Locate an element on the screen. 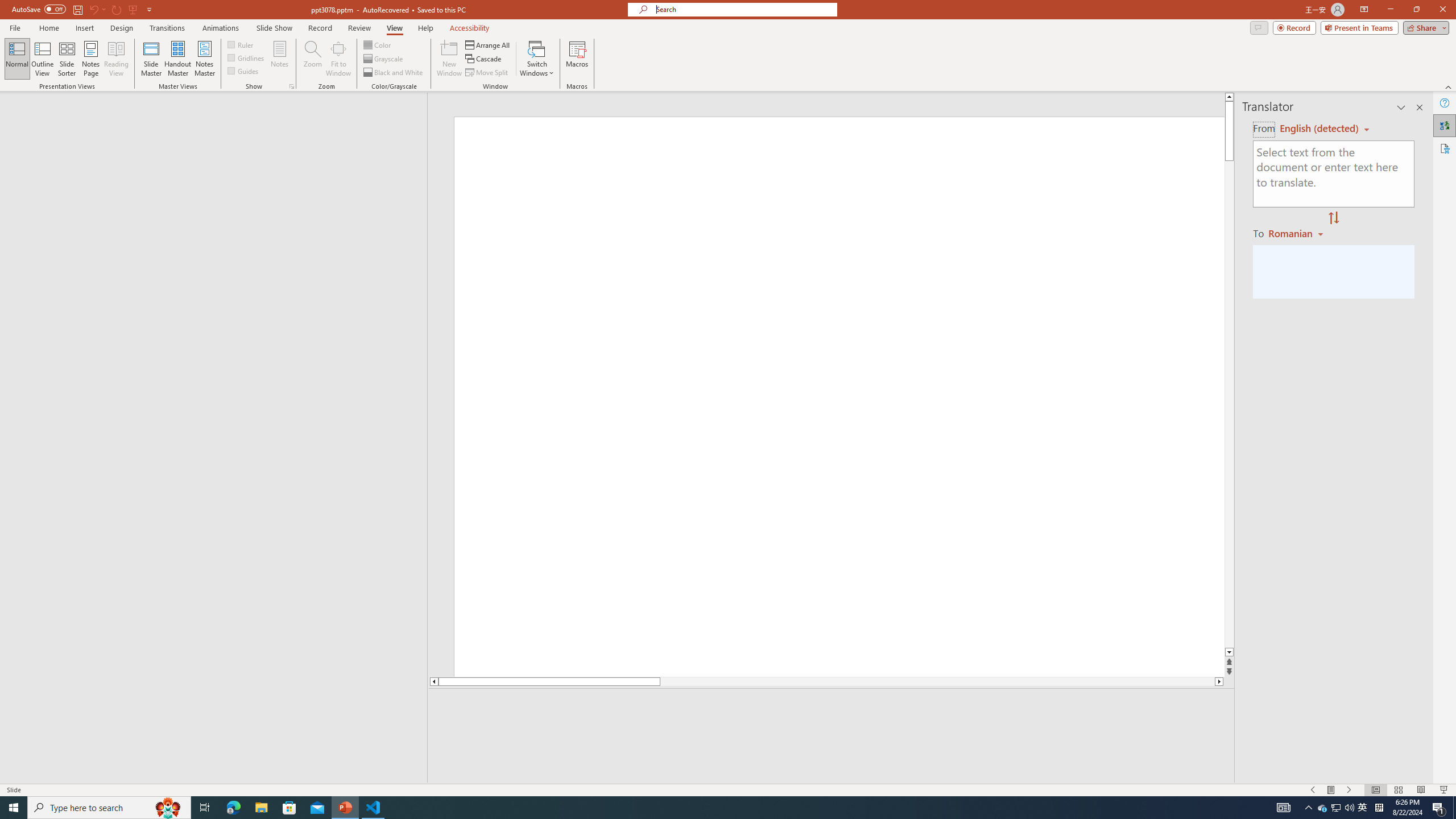  'Arrange All' is located at coordinates (487, 44).